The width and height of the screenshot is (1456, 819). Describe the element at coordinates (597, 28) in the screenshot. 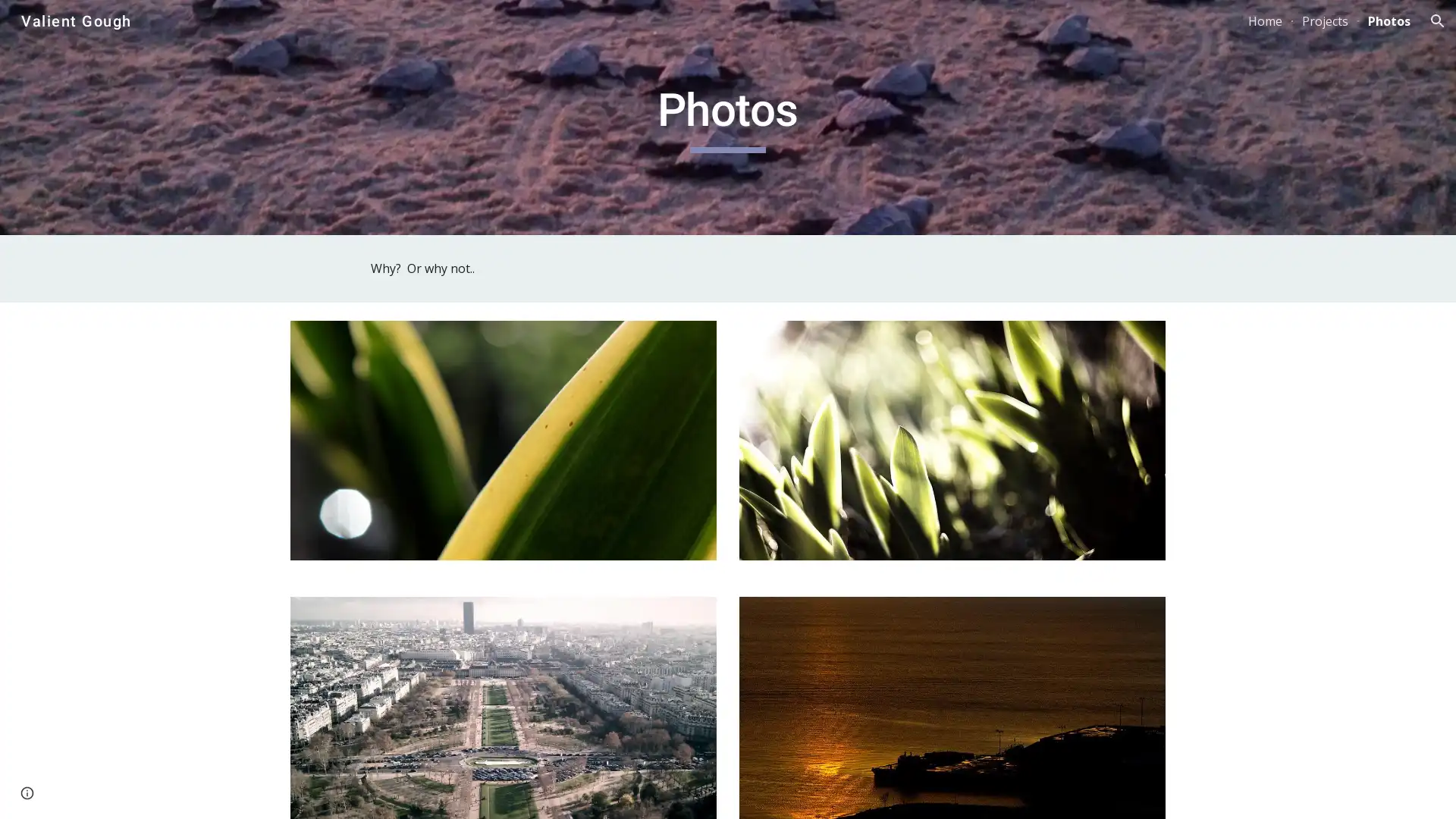

I see `Skip to main content` at that location.